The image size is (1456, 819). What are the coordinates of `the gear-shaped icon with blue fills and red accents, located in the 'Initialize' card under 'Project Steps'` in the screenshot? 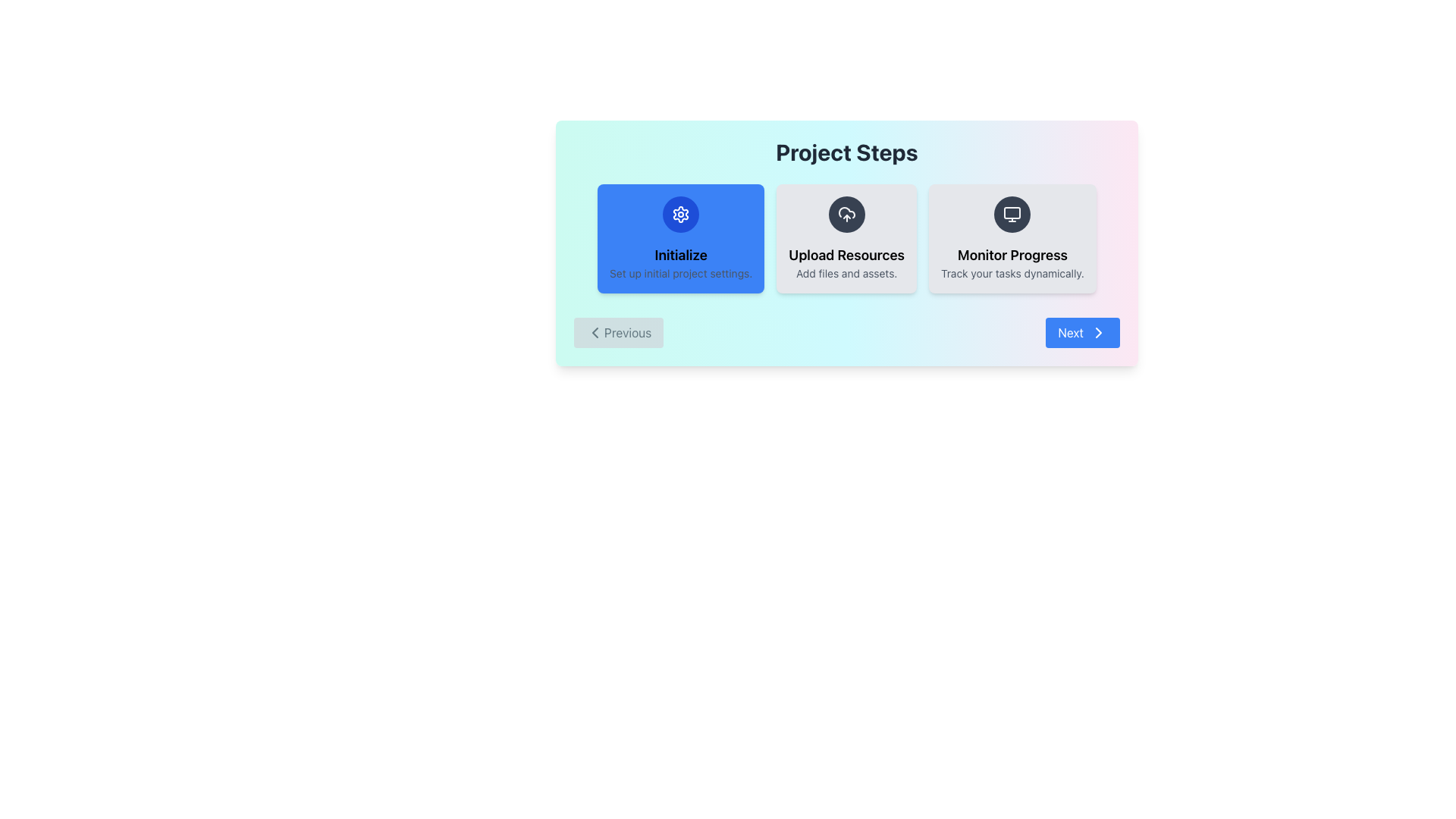 It's located at (679, 214).